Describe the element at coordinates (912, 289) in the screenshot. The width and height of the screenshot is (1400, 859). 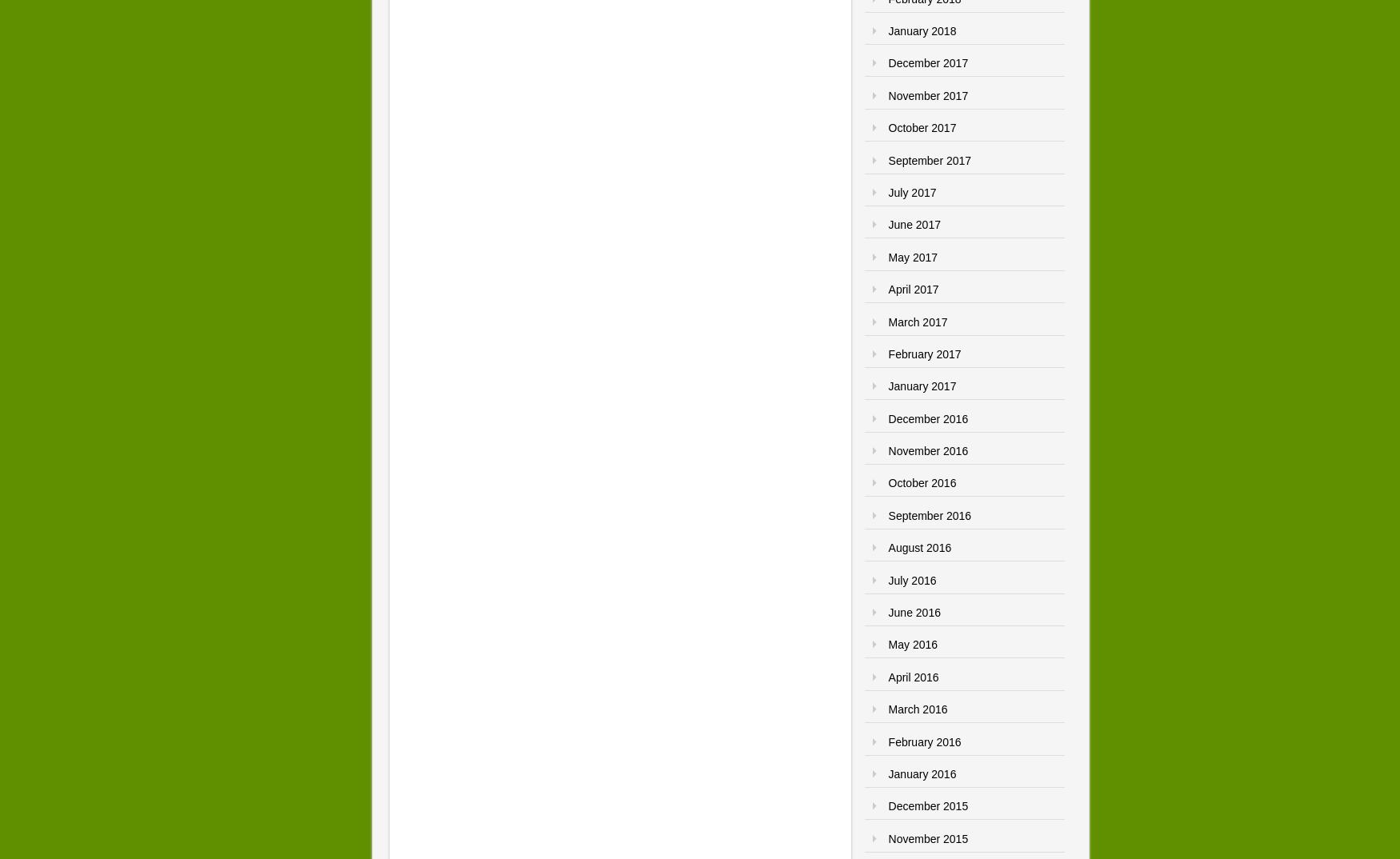
I see `'April 2017'` at that location.